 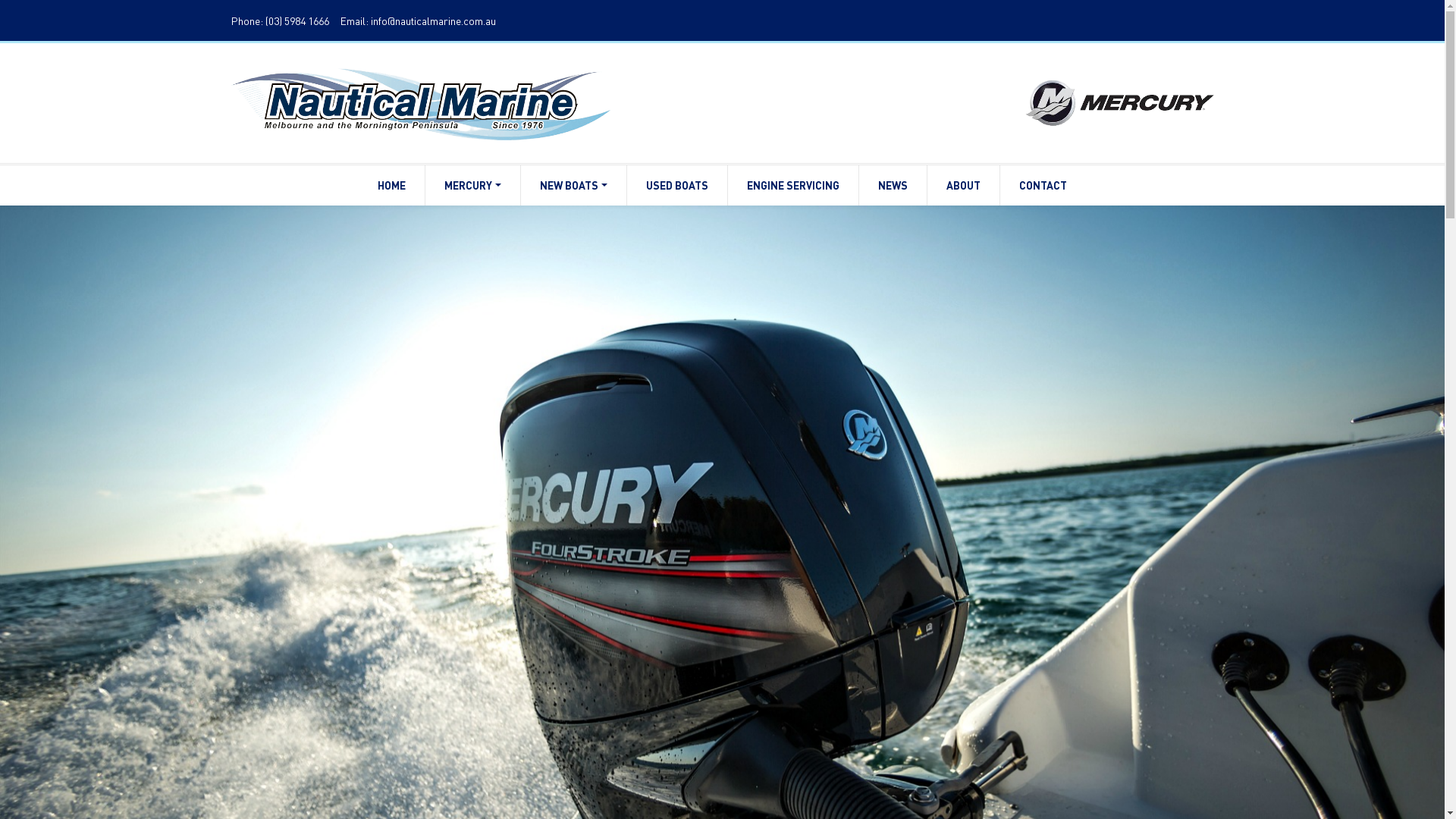 What do you see at coordinates (419, 99) in the screenshot?
I see `'...'` at bounding box center [419, 99].